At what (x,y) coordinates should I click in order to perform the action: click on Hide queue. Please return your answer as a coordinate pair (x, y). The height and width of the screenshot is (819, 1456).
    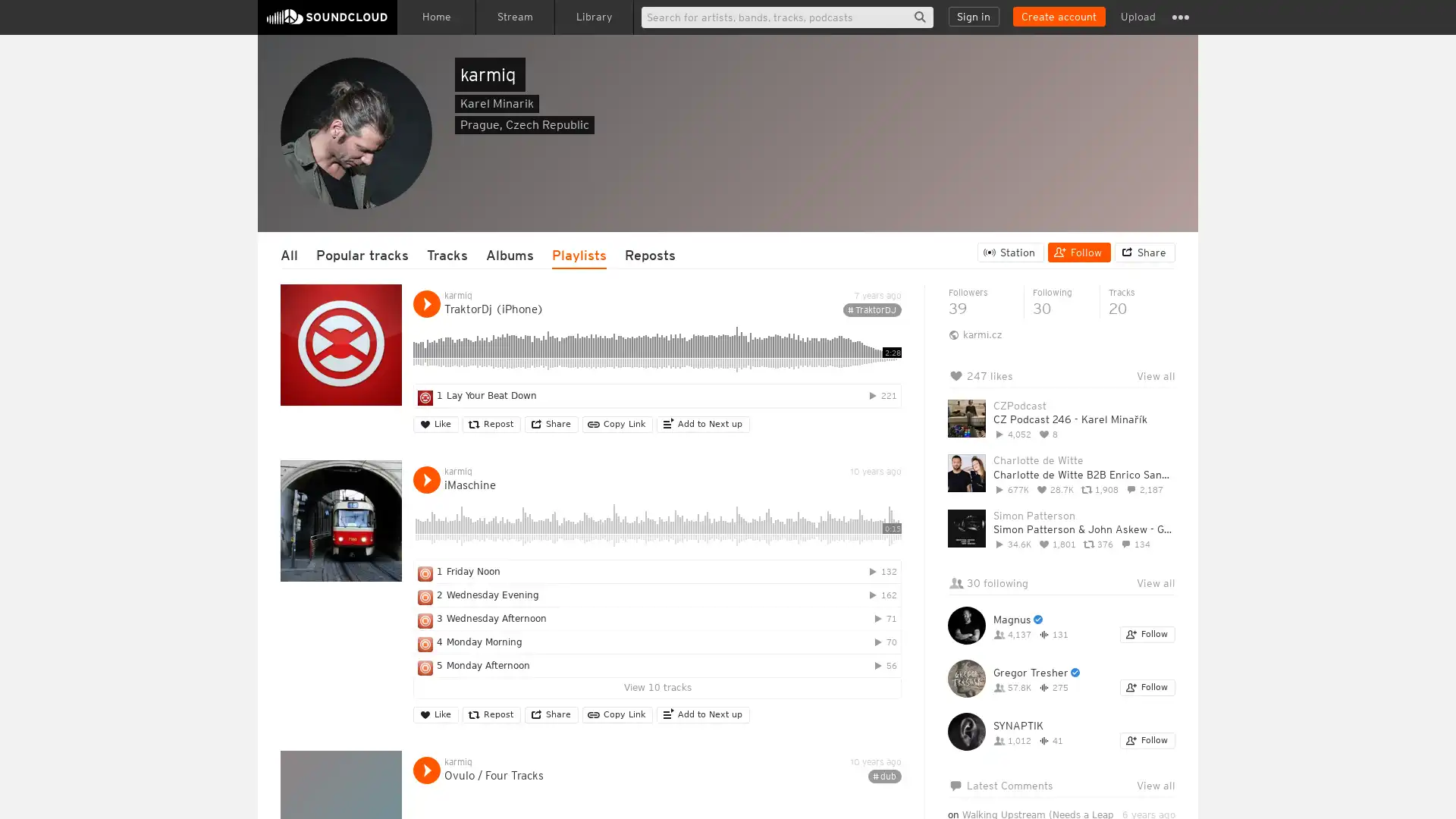
    Looking at the image, I should click on (1165, 414).